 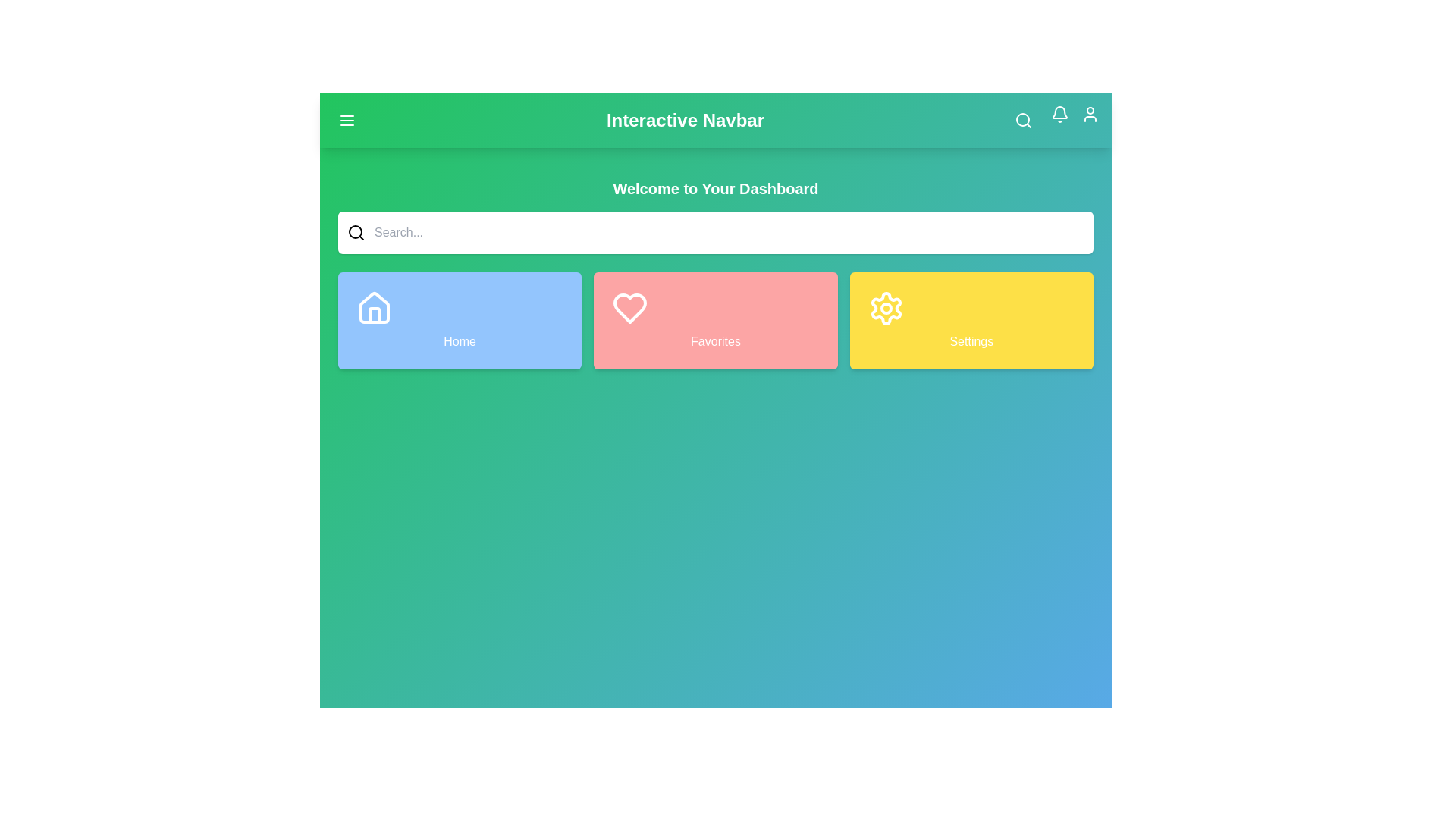 What do you see at coordinates (458, 320) in the screenshot?
I see `the 'Home' card` at bounding box center [458, 320].